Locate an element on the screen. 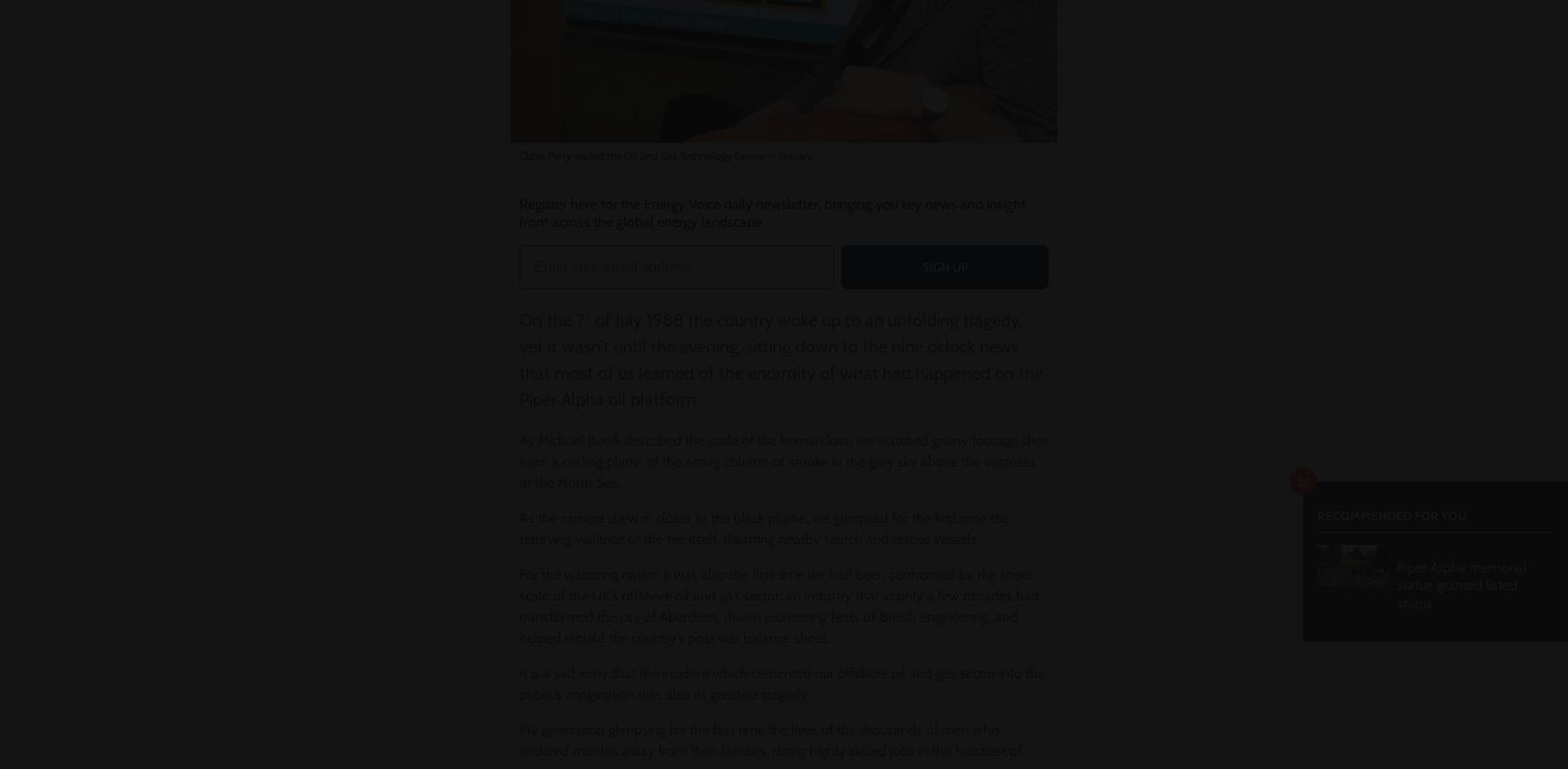  'Piper Alpha memorial statue granted listed status' is located at coordinates (1461, 584).